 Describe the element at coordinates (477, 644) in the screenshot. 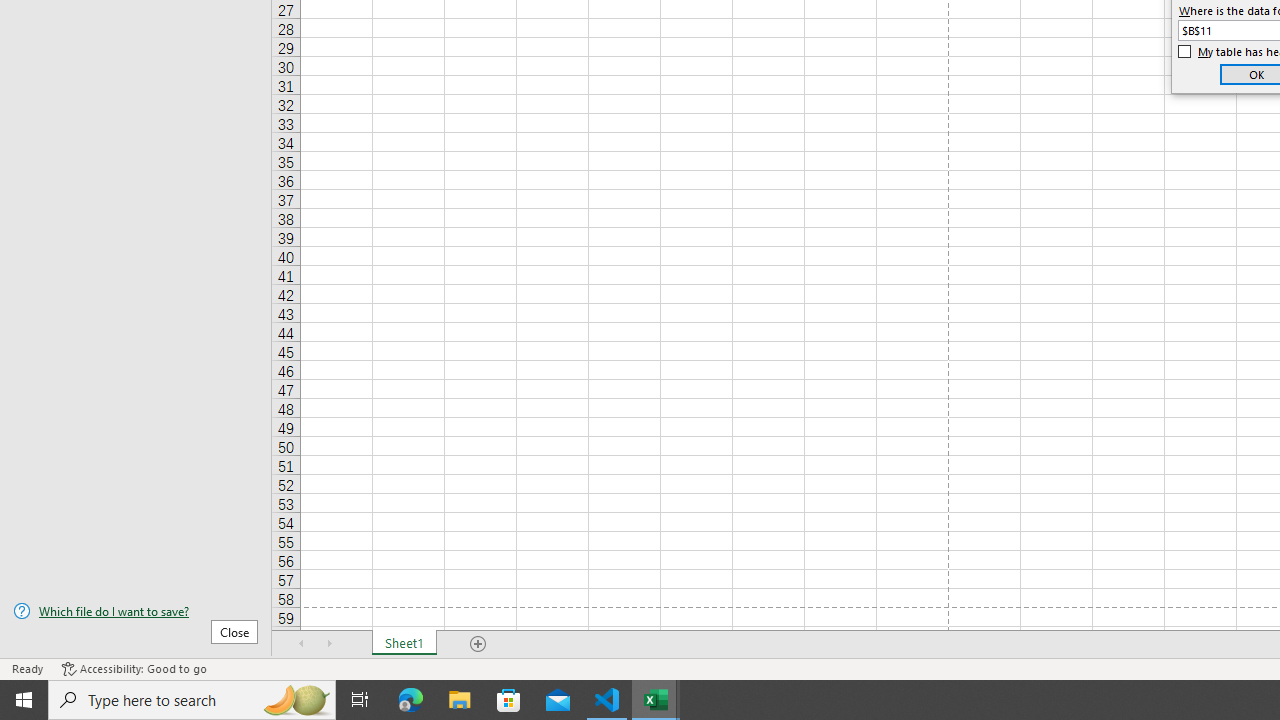

I see `'Add Sheet'` at that location.